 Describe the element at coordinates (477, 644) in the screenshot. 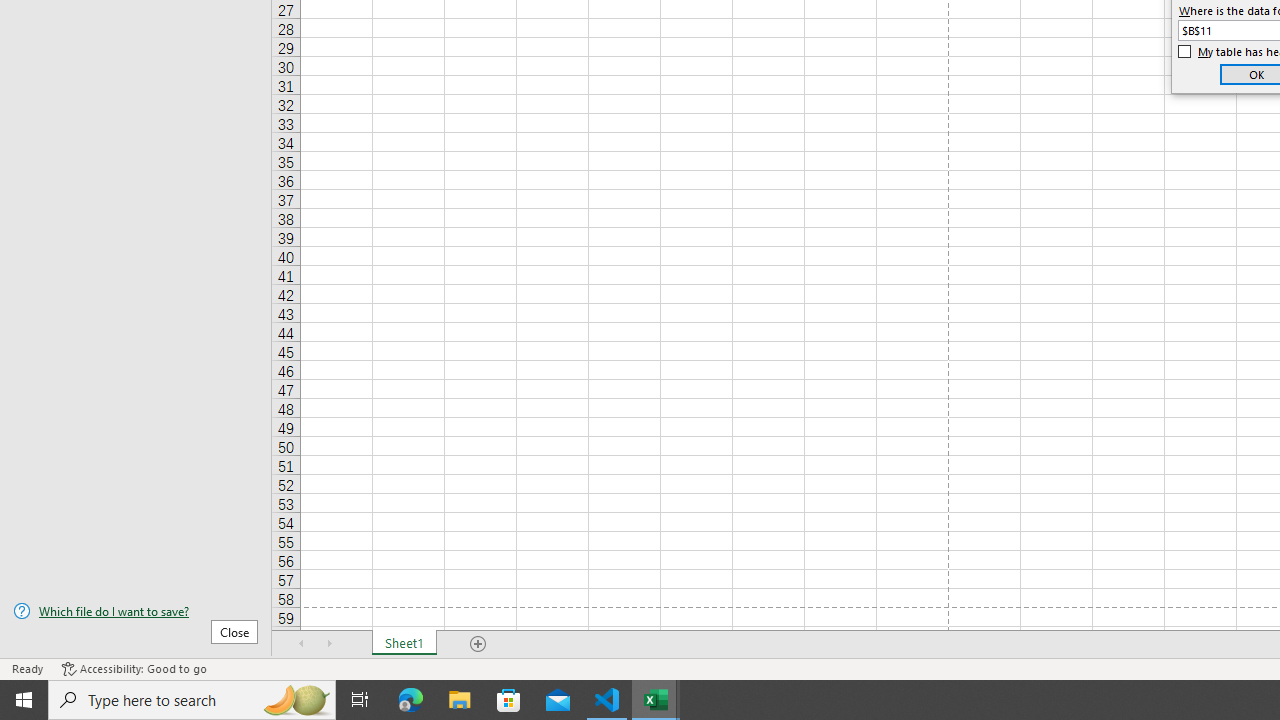

I see `'Add Sheet'` at that location.